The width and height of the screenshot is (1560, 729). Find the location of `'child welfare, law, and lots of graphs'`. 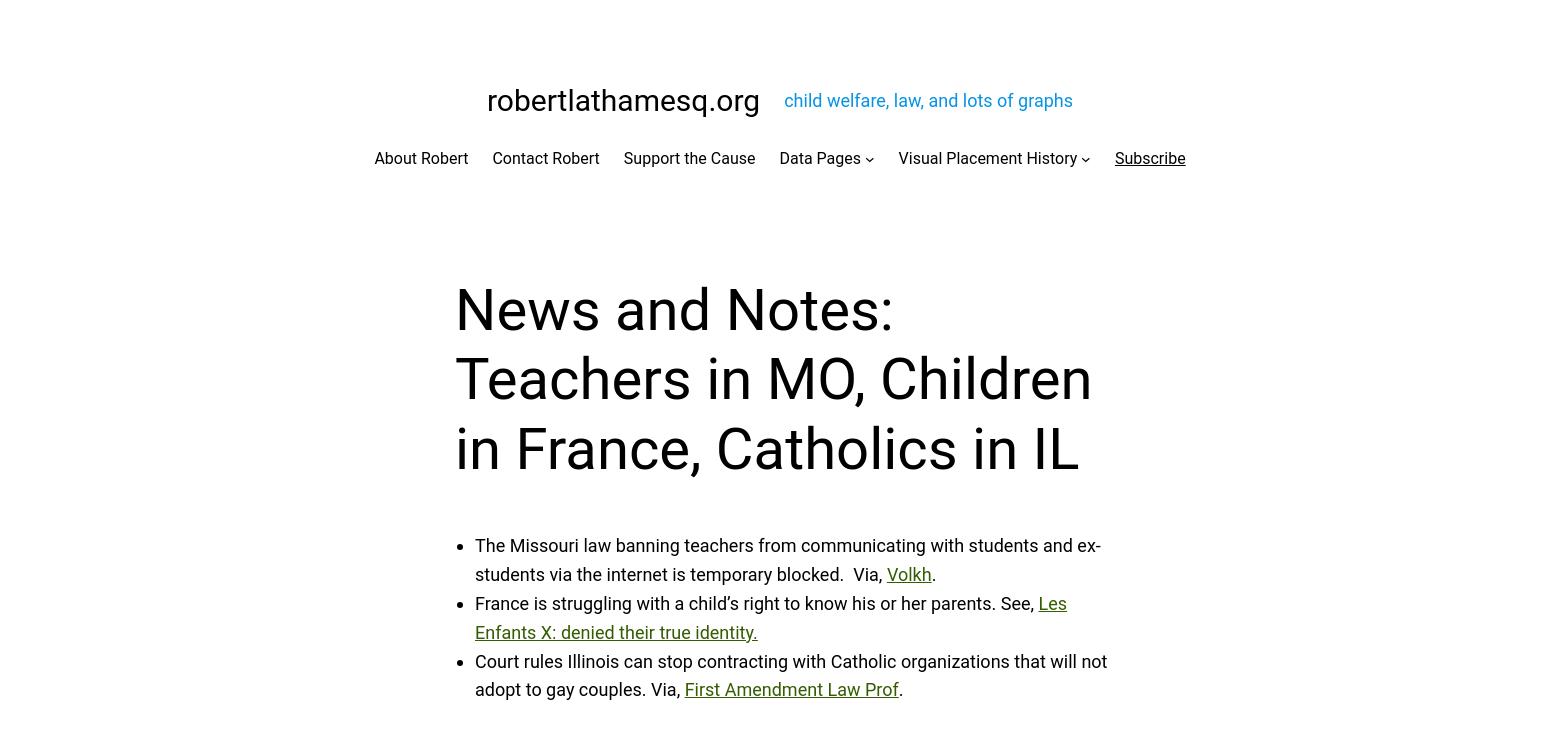

'child welfare, law, and lots of graphs' is located at coordinates (784, 98).